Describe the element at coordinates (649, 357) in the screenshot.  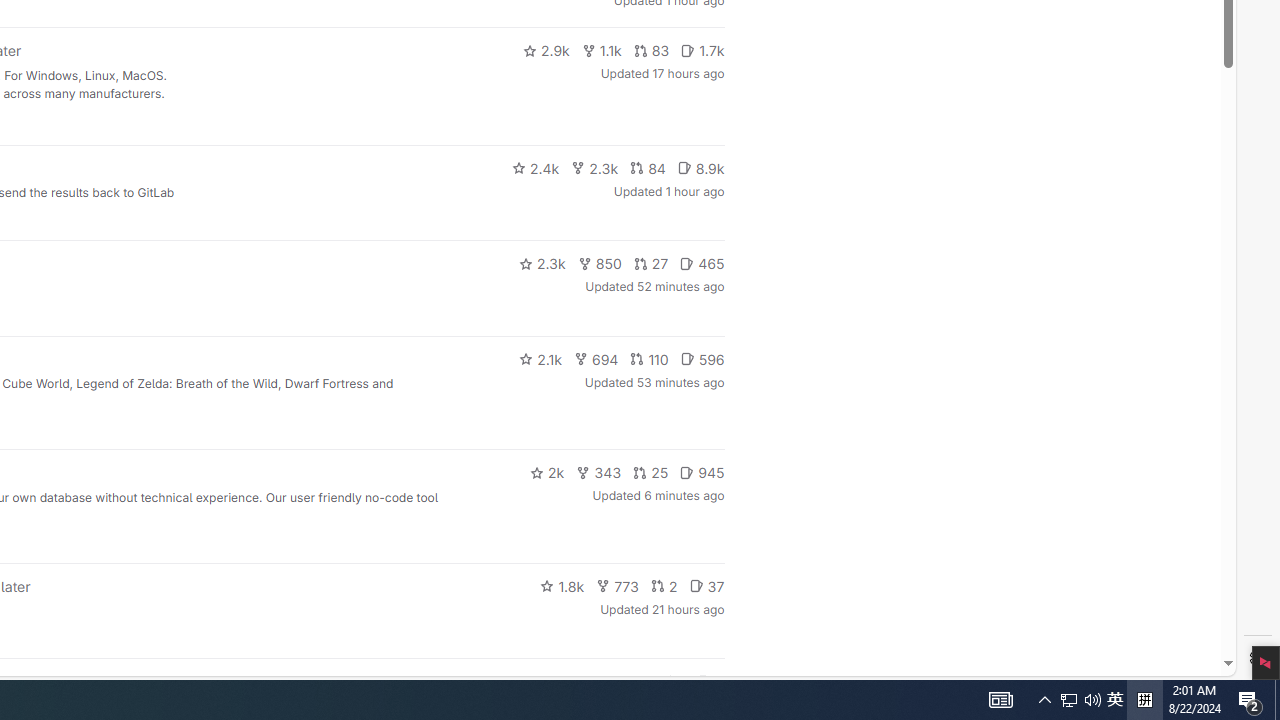
I see `'110'` at that location.